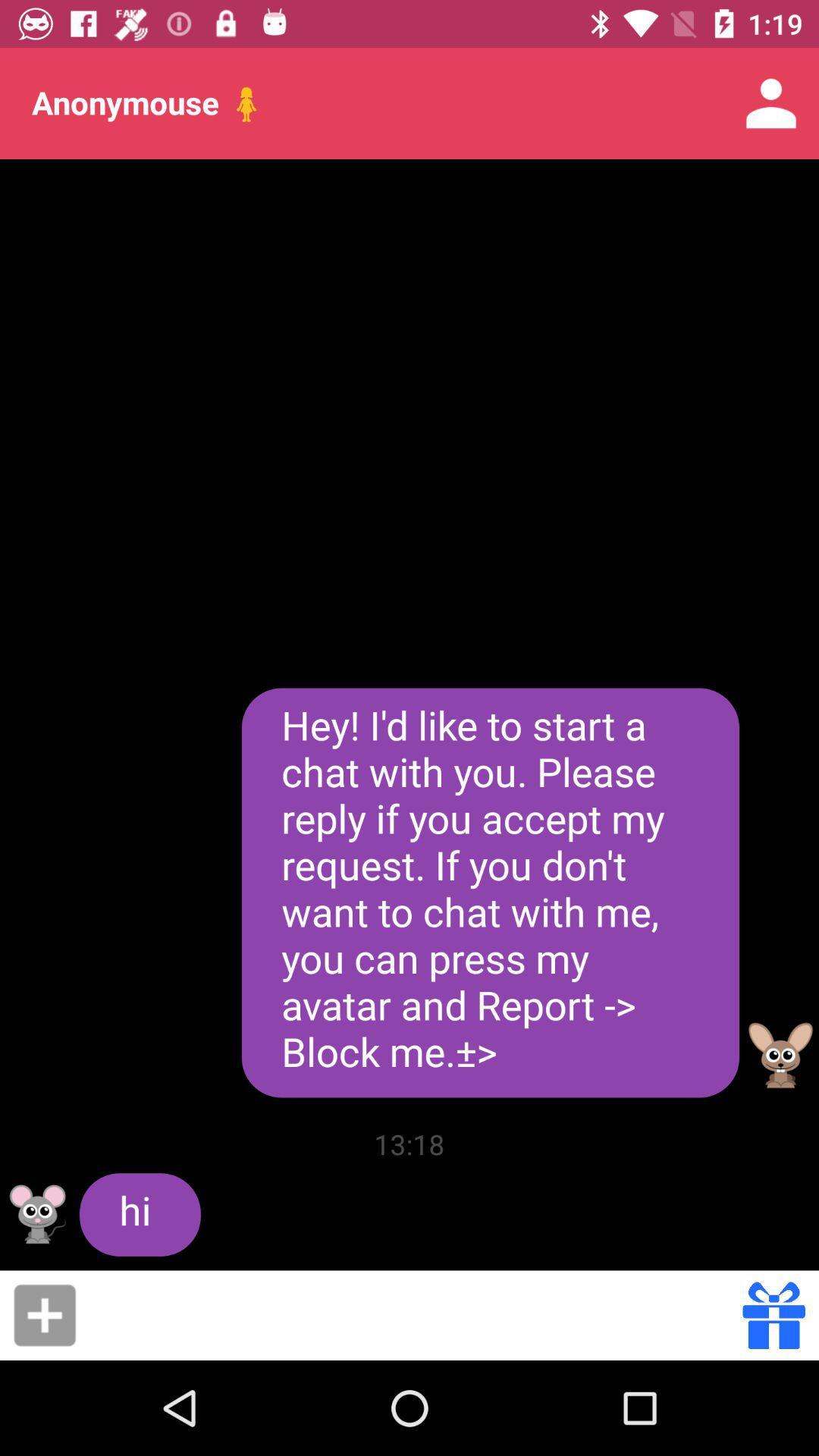 This screenshot has height=1456, width=819. I want to click on open user profile, so click(780, 1055).